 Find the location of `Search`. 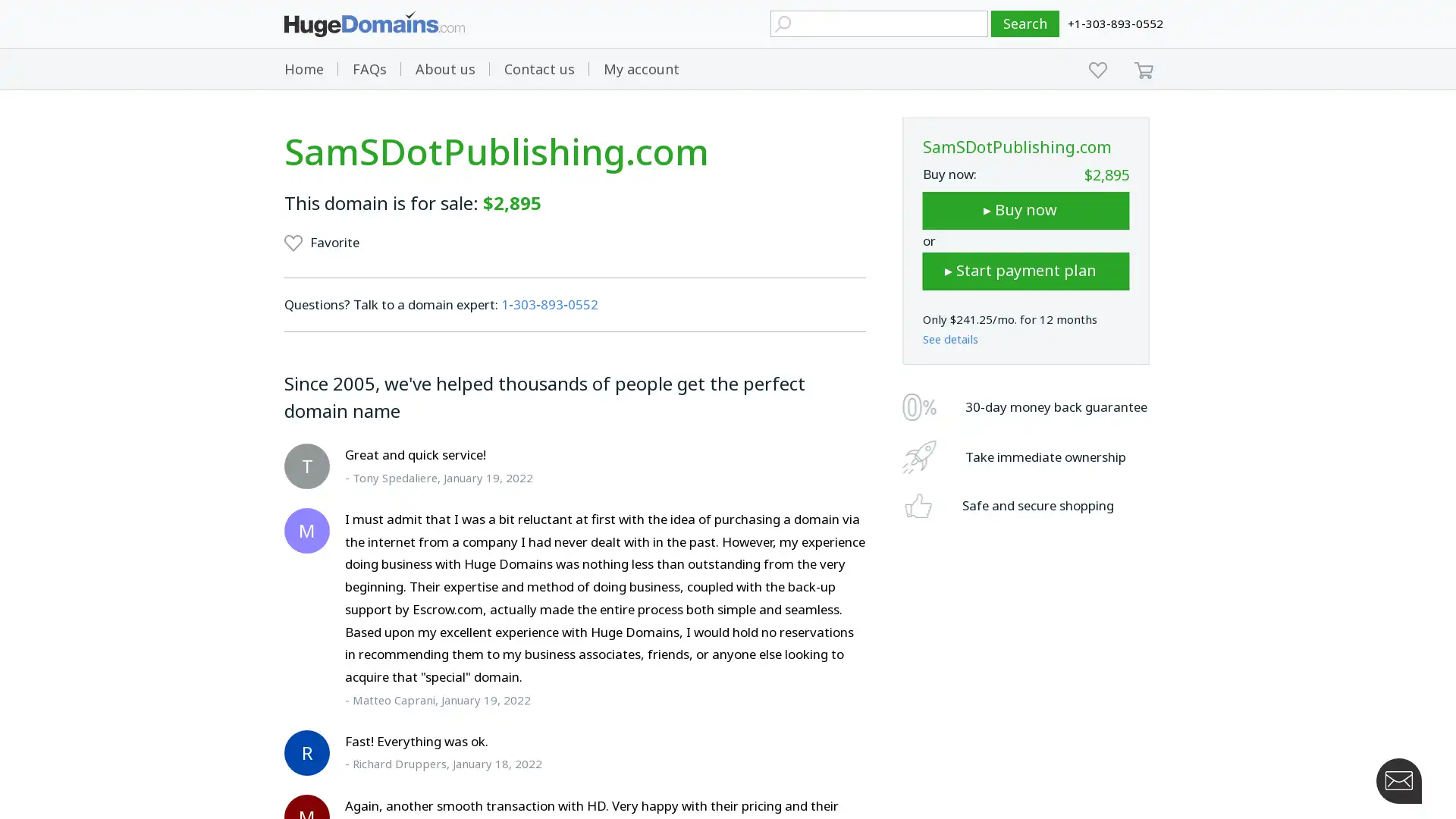

Search is located at coordinates (1025, 24).